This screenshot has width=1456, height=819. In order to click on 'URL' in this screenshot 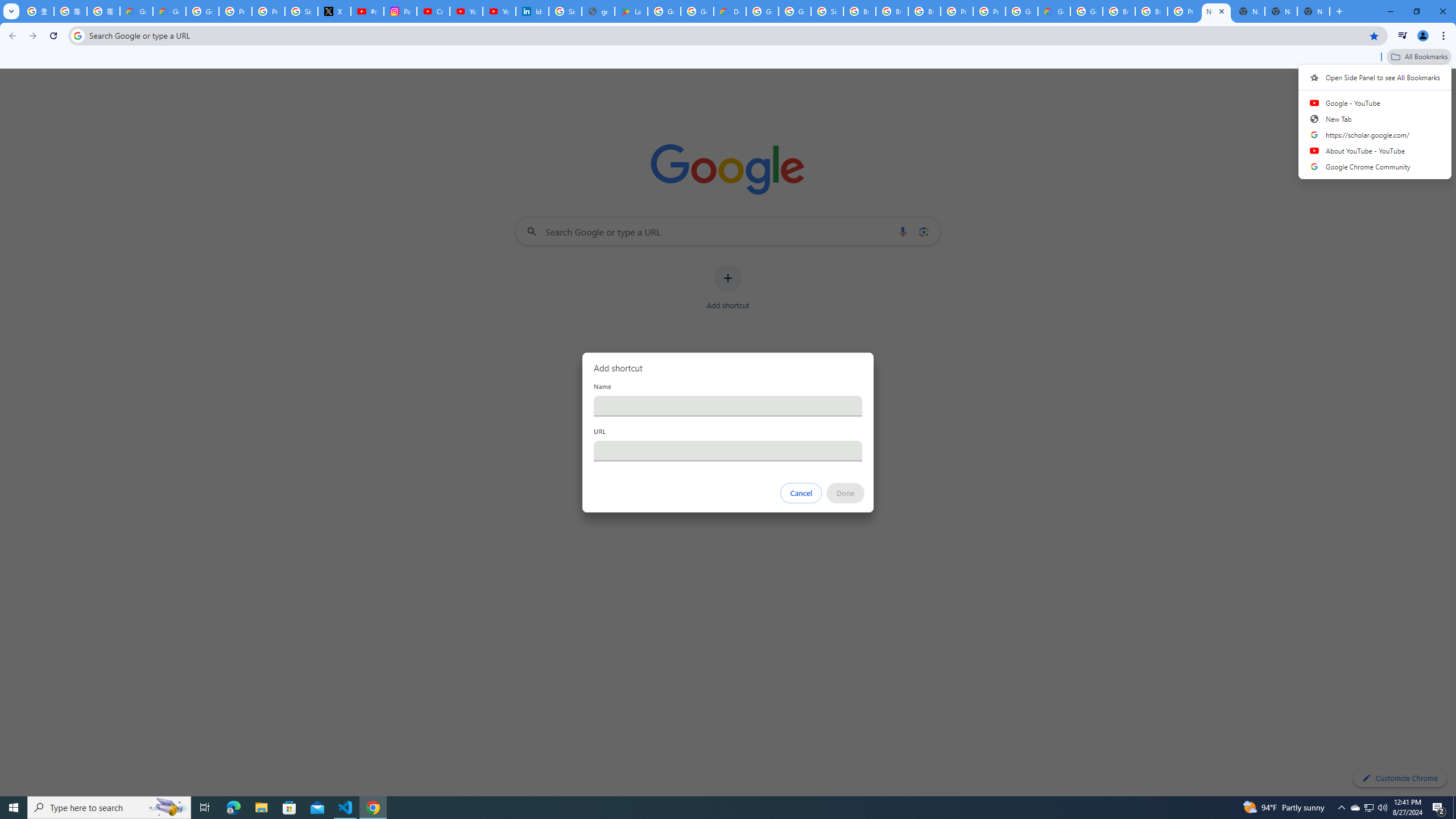, I will do `click(728, 450)`.